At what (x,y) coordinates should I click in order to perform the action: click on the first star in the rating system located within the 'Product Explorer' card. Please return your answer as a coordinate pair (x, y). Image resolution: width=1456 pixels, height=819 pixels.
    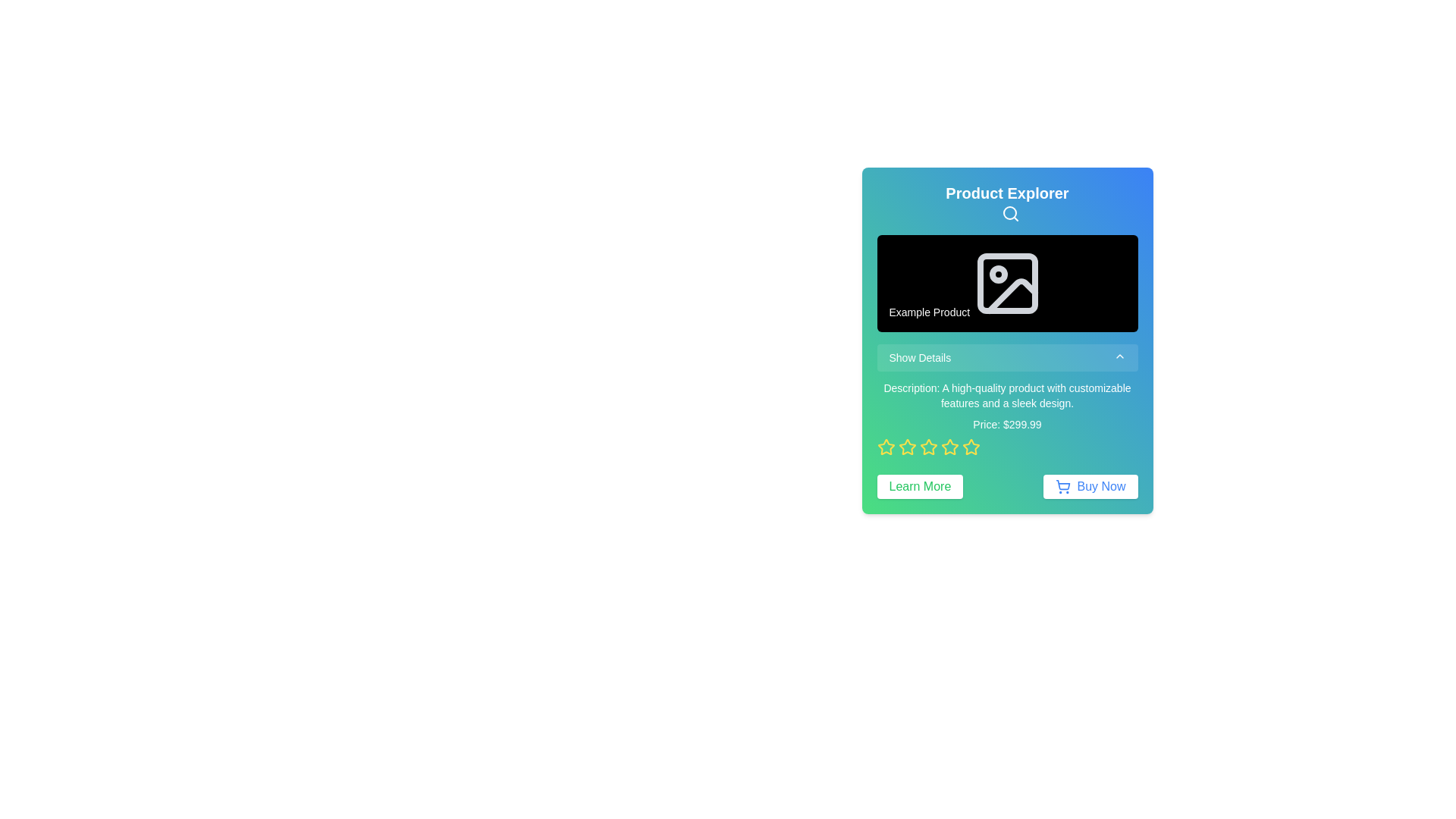
    Looking at the image, I should click on (907, 446).